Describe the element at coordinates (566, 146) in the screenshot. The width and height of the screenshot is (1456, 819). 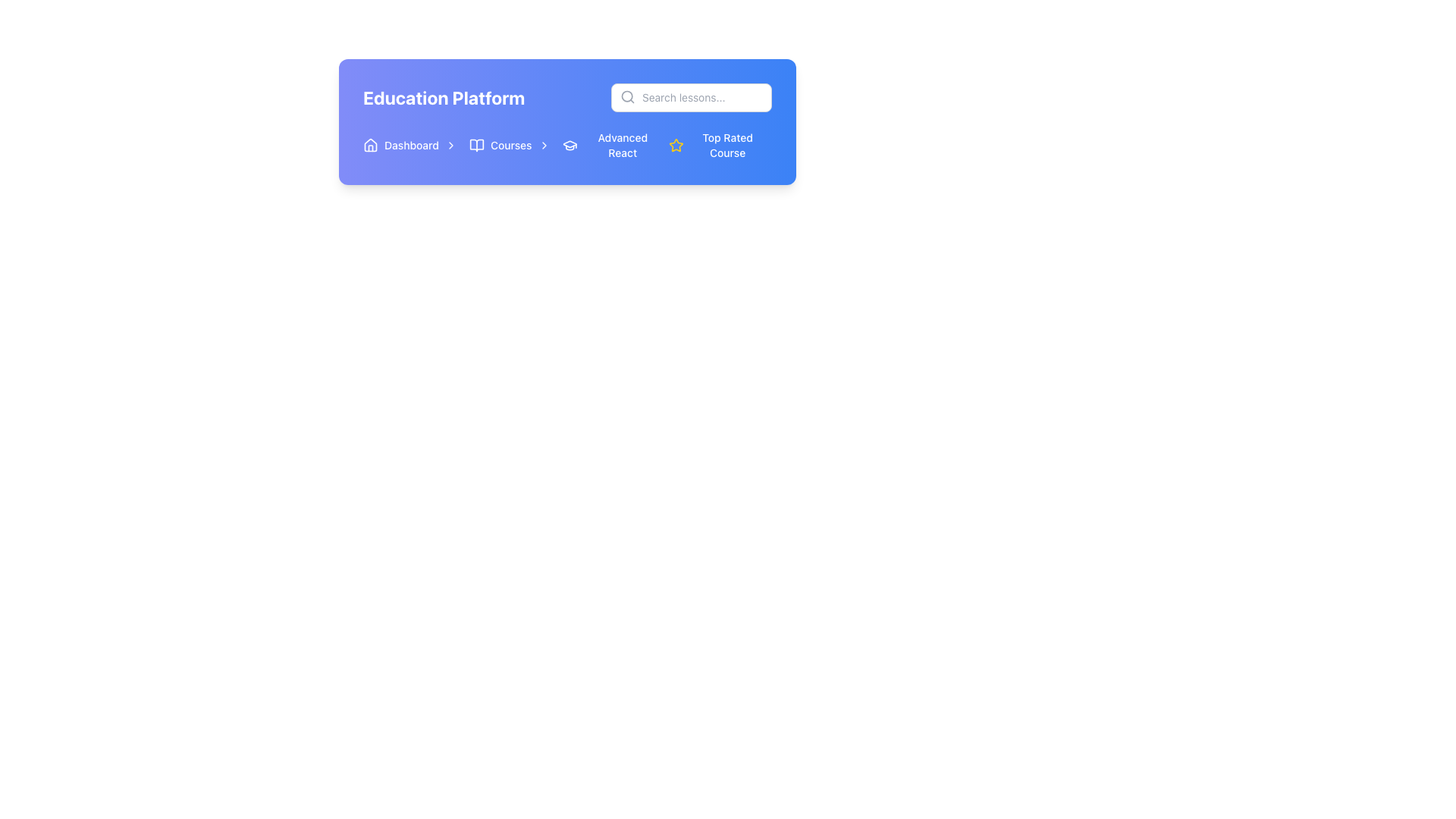
I see `any step in the Breadcrumb navigation located below the 'Education Platform' title` at that location.